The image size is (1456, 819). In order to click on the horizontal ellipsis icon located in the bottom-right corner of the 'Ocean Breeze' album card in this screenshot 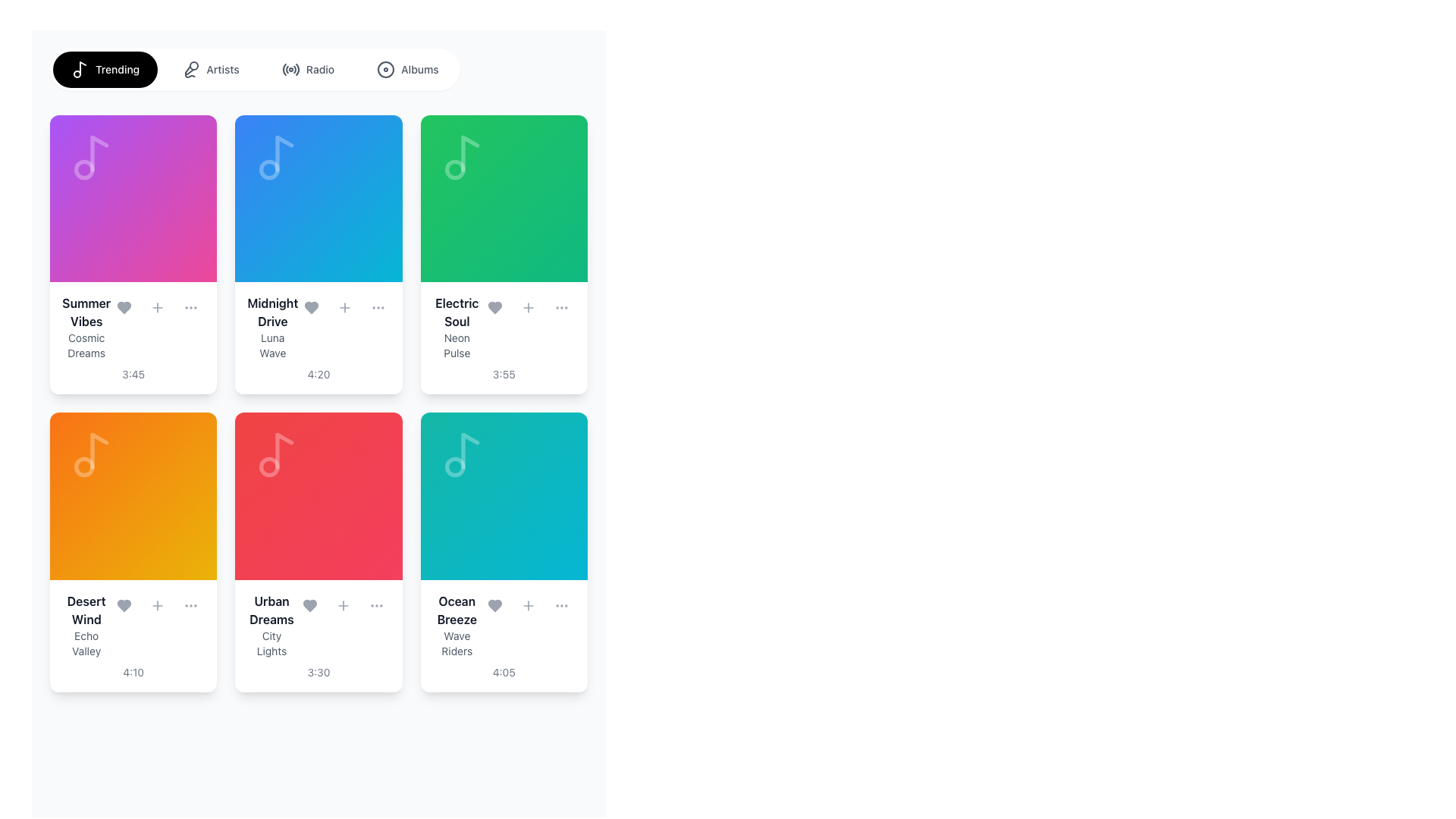, I will do `click(560, 604)`.